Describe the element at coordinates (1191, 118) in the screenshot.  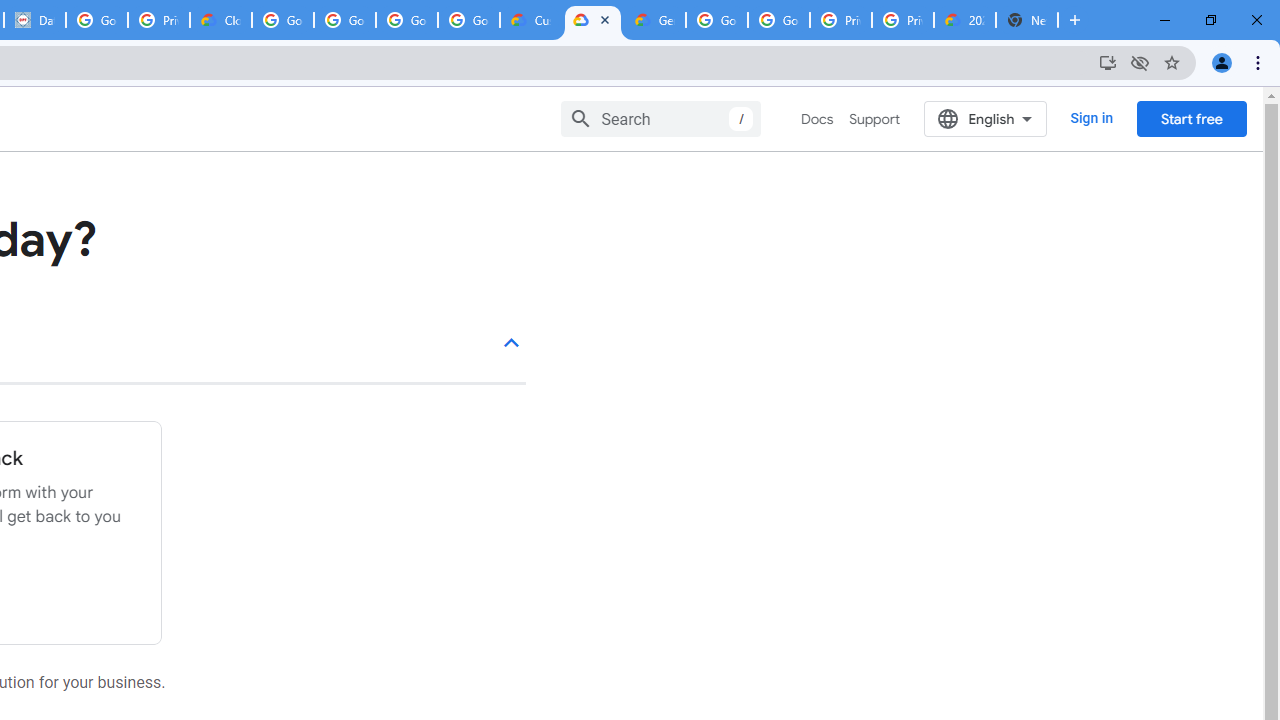
I see `'Start free'` at that location.